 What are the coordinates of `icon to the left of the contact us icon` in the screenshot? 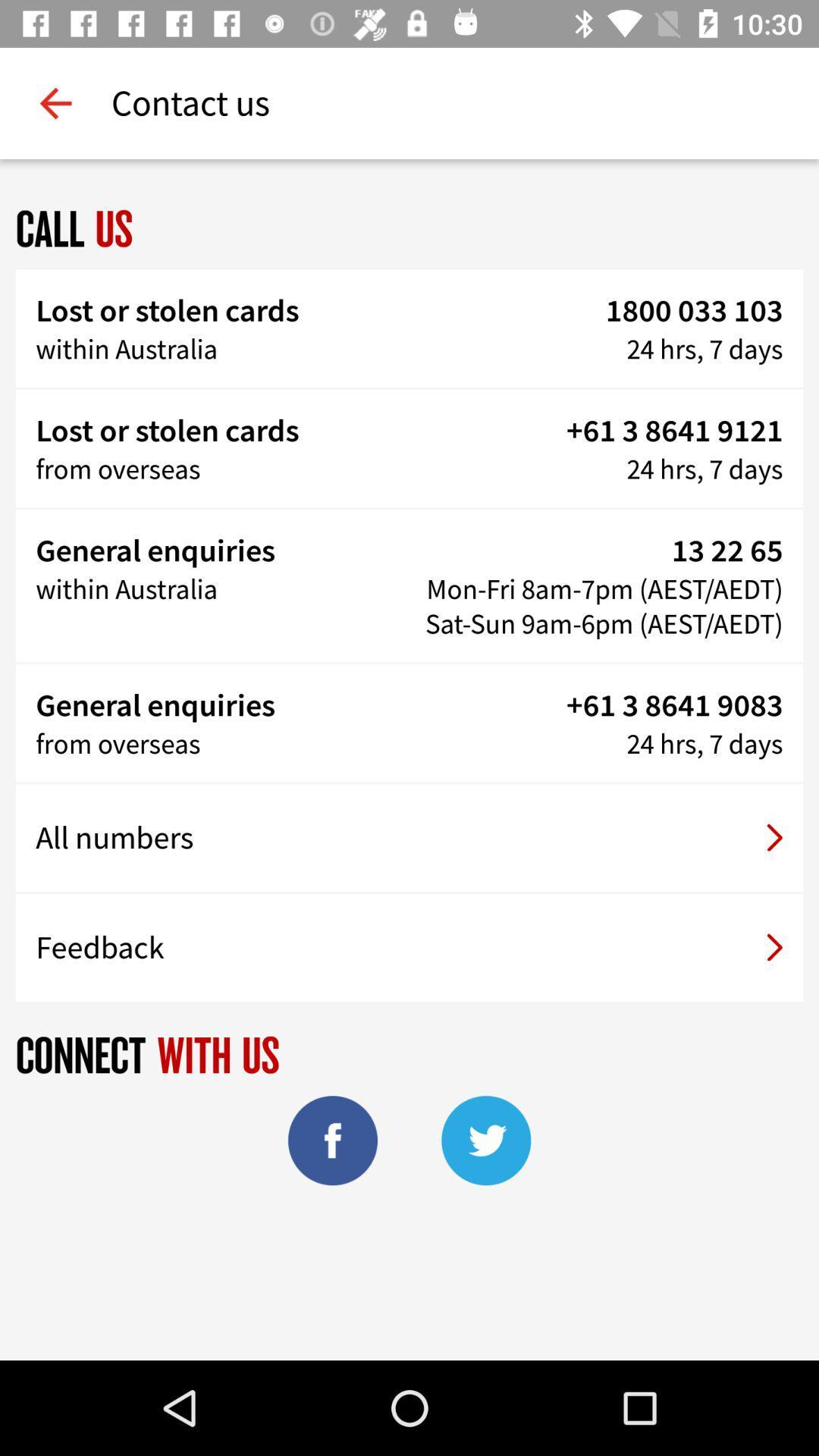 It's located at (55, 102).